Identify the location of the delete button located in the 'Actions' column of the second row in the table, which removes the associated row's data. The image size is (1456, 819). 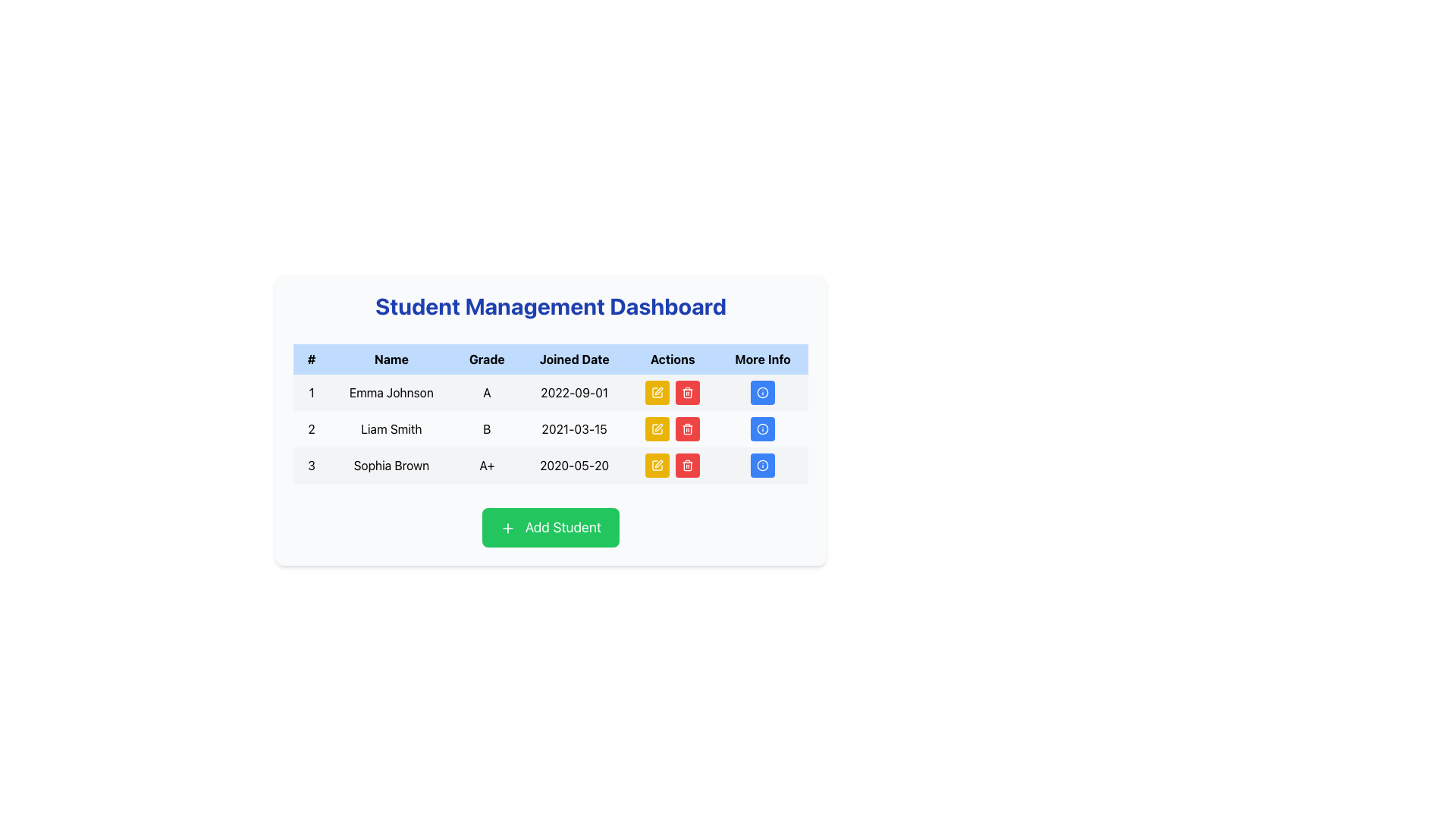
(687, 429).